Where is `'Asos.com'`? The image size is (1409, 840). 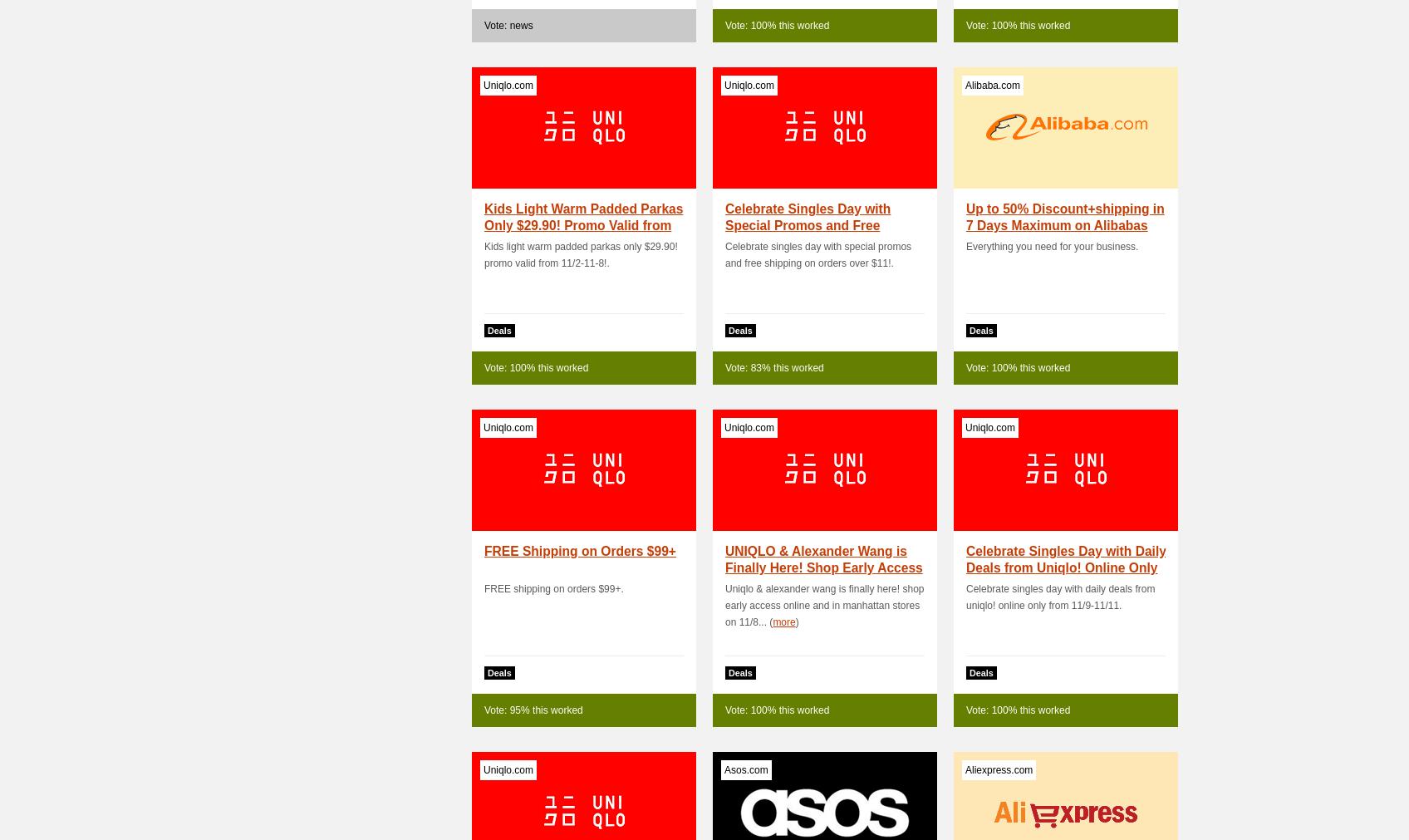
'Asos.com' is located at coordinates (746, 769).